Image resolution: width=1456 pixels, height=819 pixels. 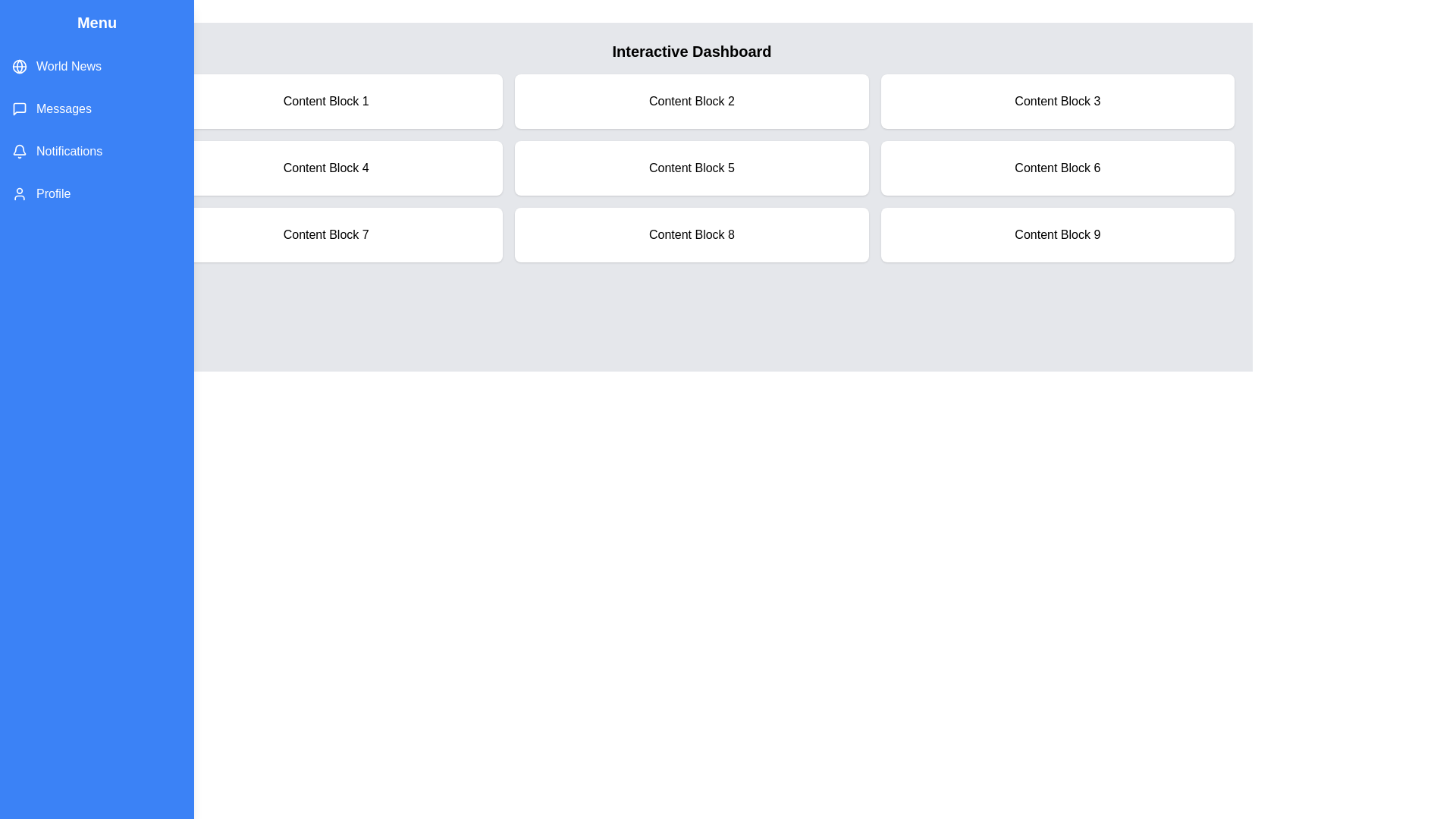 I want to click on the menu item Messages from the list, so click(x=96, y=108).